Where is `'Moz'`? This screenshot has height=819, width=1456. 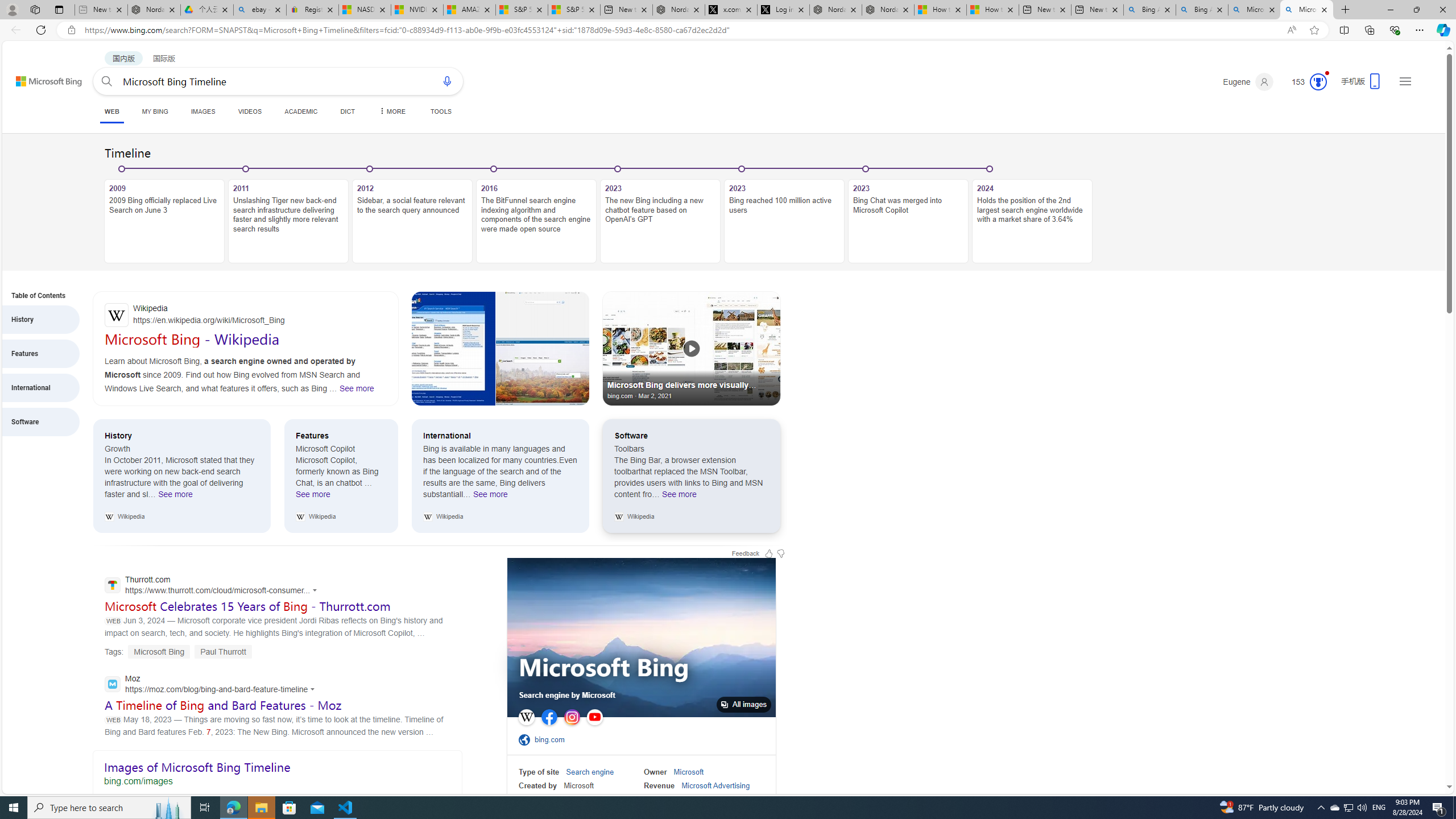
'Moz' is located at coordinates (213, 684).